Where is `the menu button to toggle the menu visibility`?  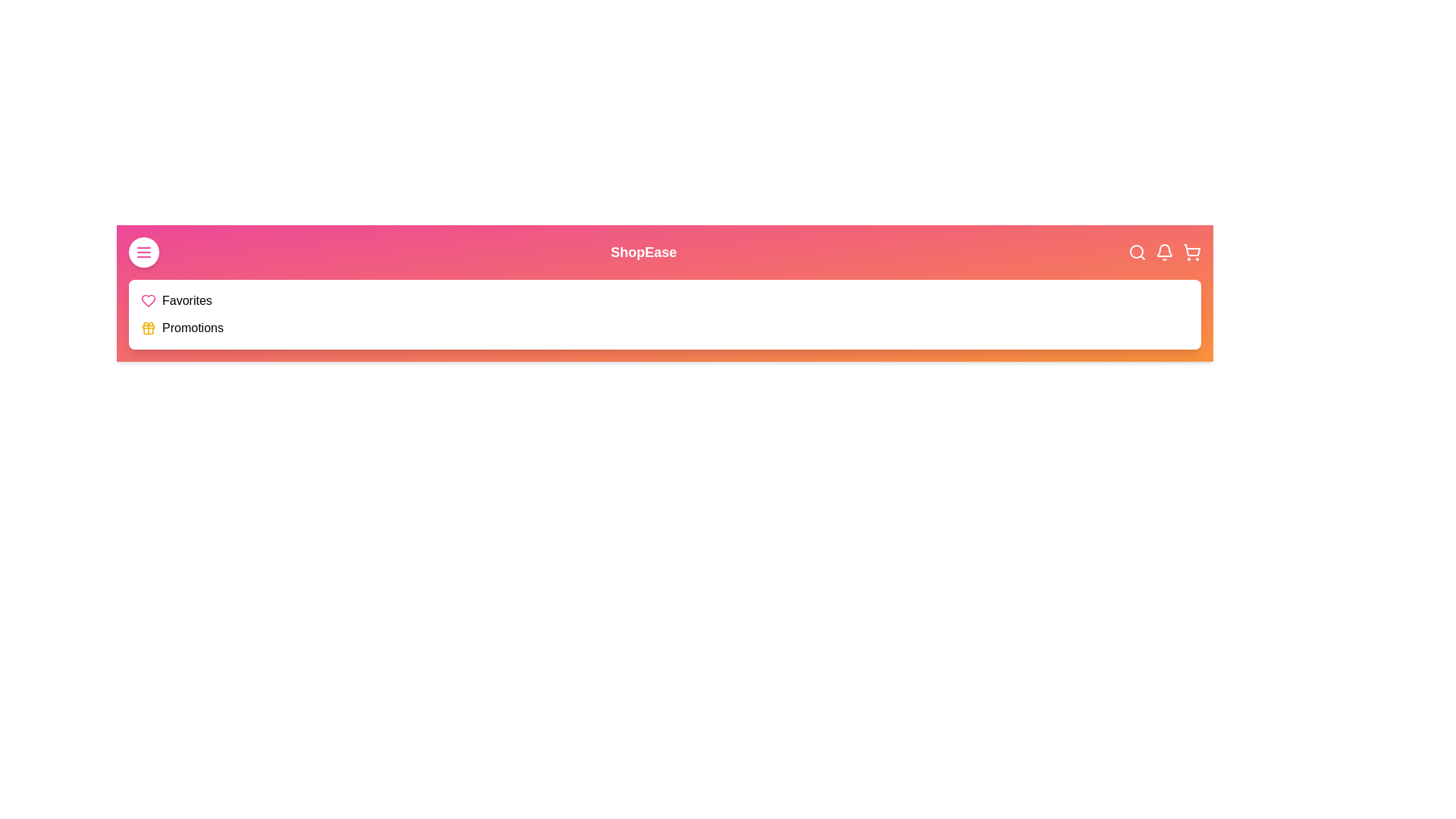 the menu button to toggle the menu visibility is located at coordinates (144, 251).